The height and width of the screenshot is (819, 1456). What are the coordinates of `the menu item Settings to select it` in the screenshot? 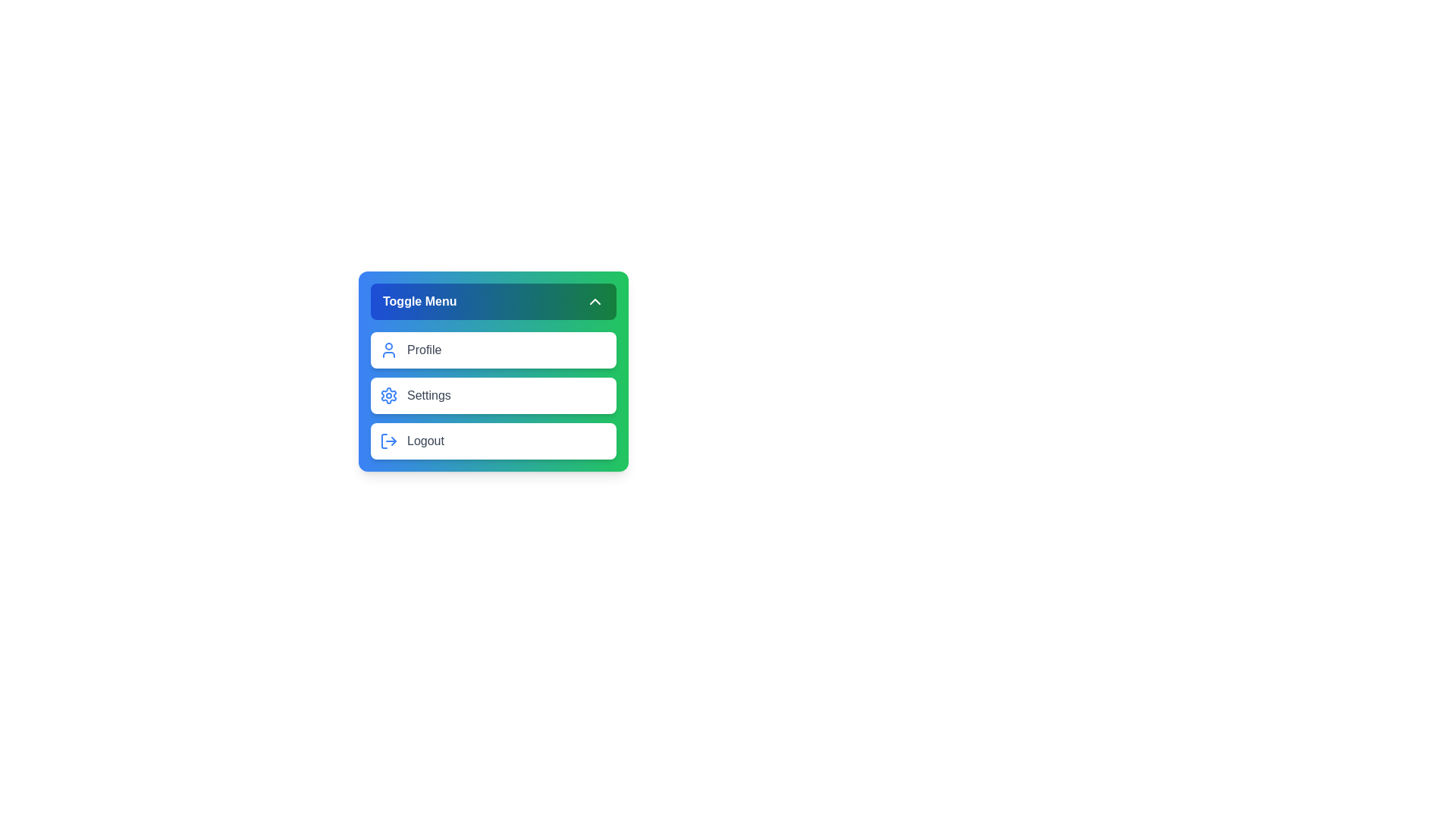 It's located at (494, 394).